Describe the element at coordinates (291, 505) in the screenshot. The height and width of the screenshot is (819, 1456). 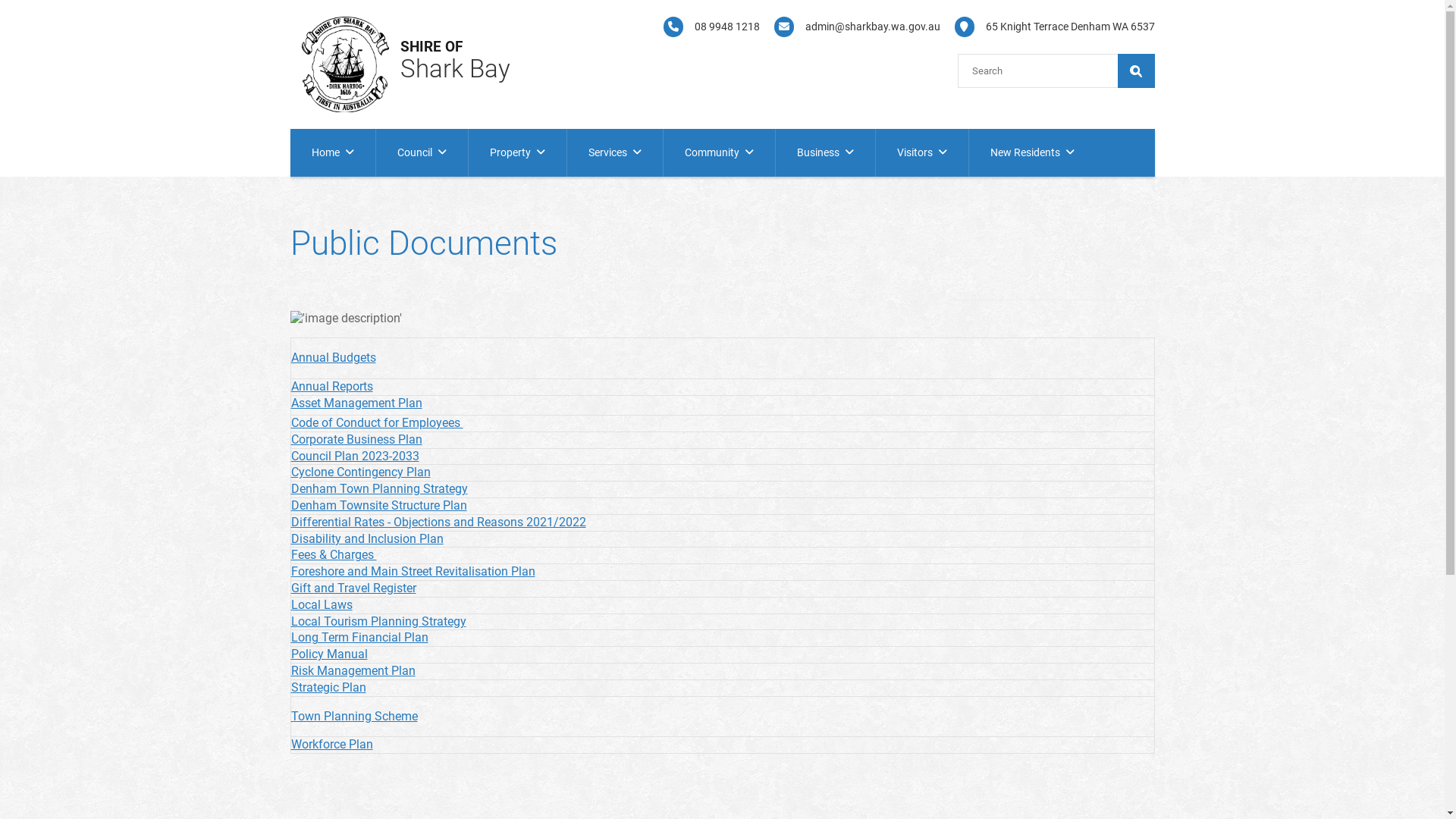
I see `'Denham Townsite Structure Plan'` at that location.